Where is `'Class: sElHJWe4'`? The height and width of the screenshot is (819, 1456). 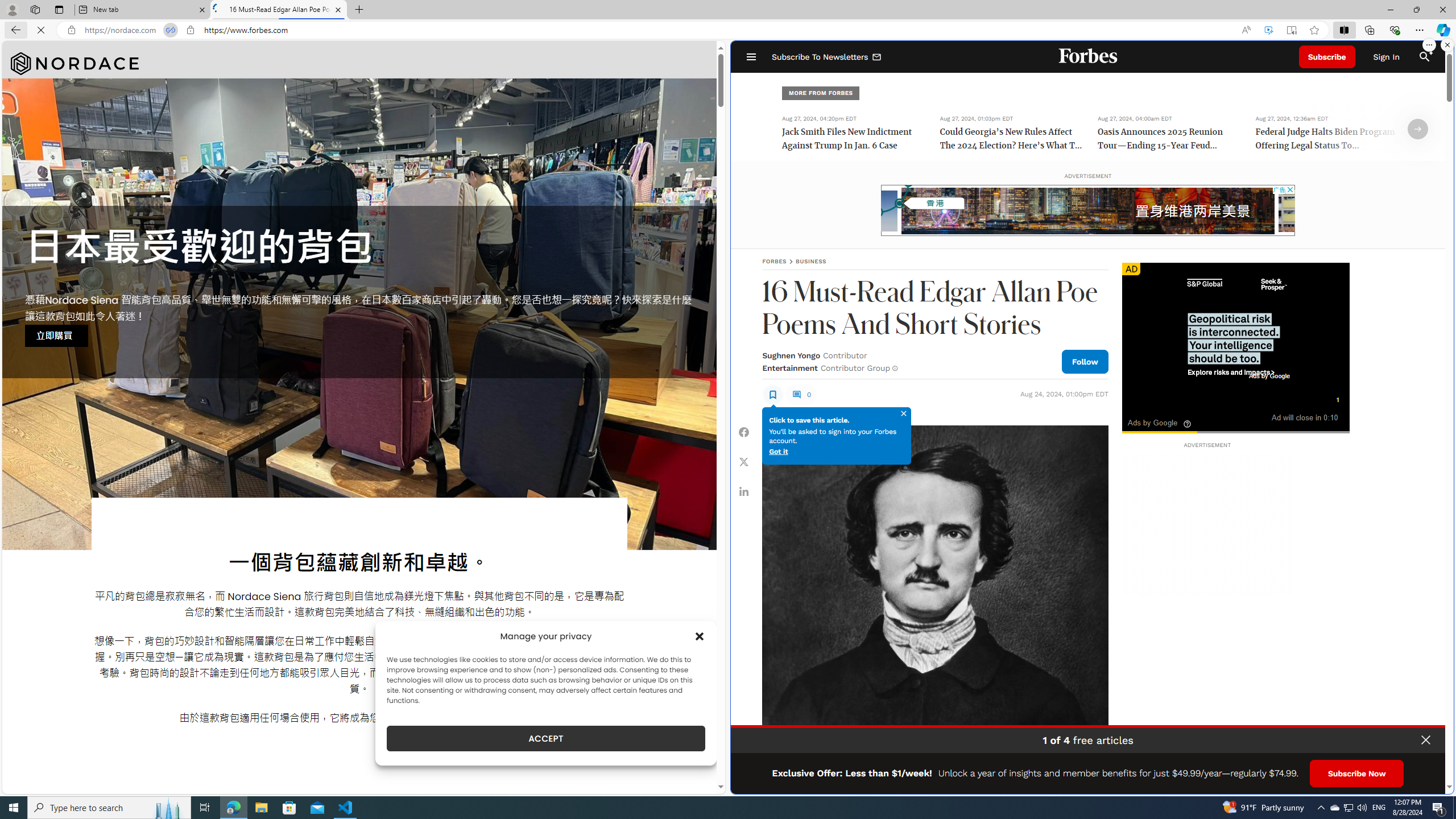 'Class: sElHJWe4' is located at coordinates (772, 394).